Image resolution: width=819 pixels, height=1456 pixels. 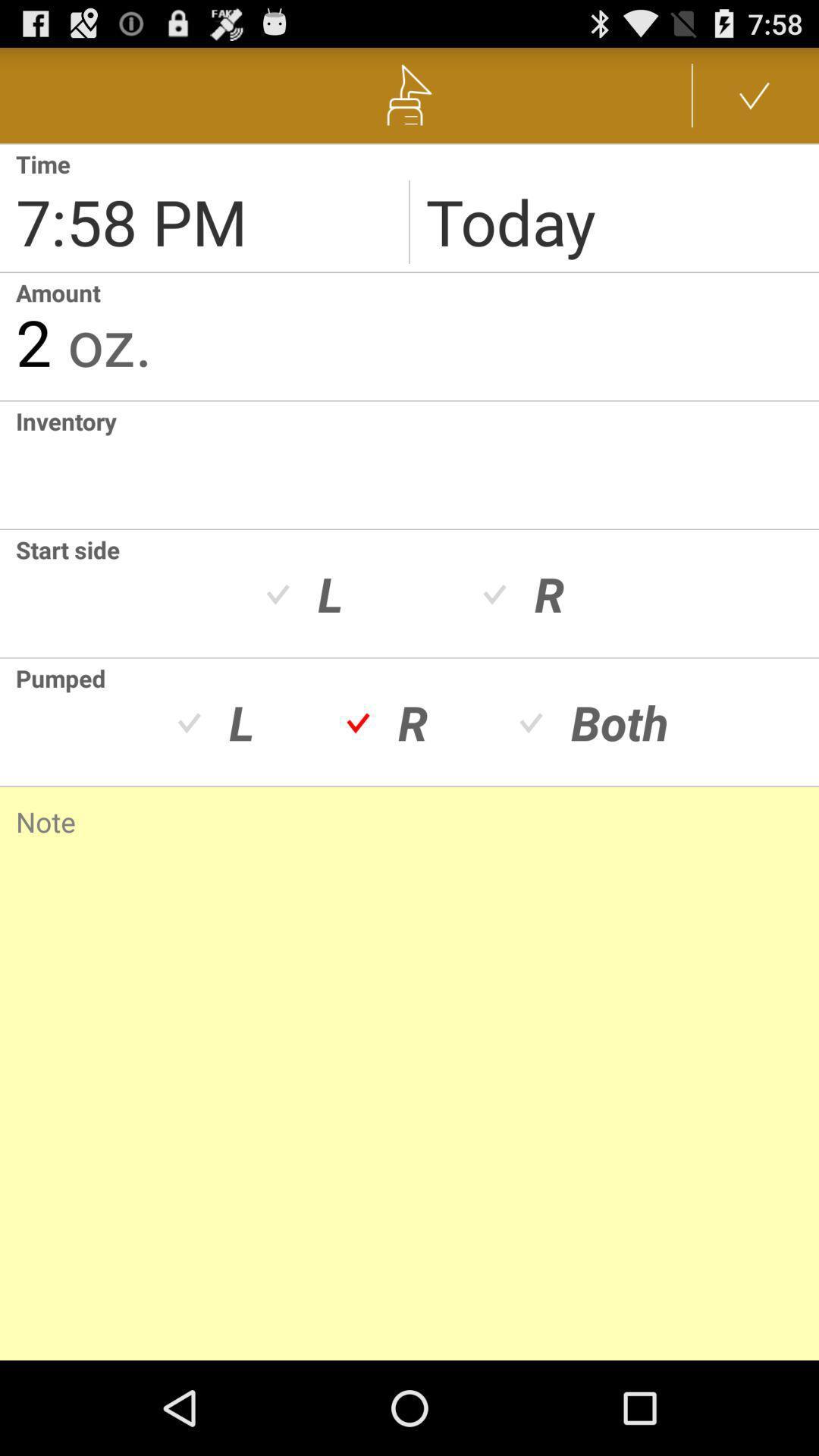 What do you see at coordinates (409, 1053) in the screenshot?
I see `note area` at bounding box center [409, 1053].